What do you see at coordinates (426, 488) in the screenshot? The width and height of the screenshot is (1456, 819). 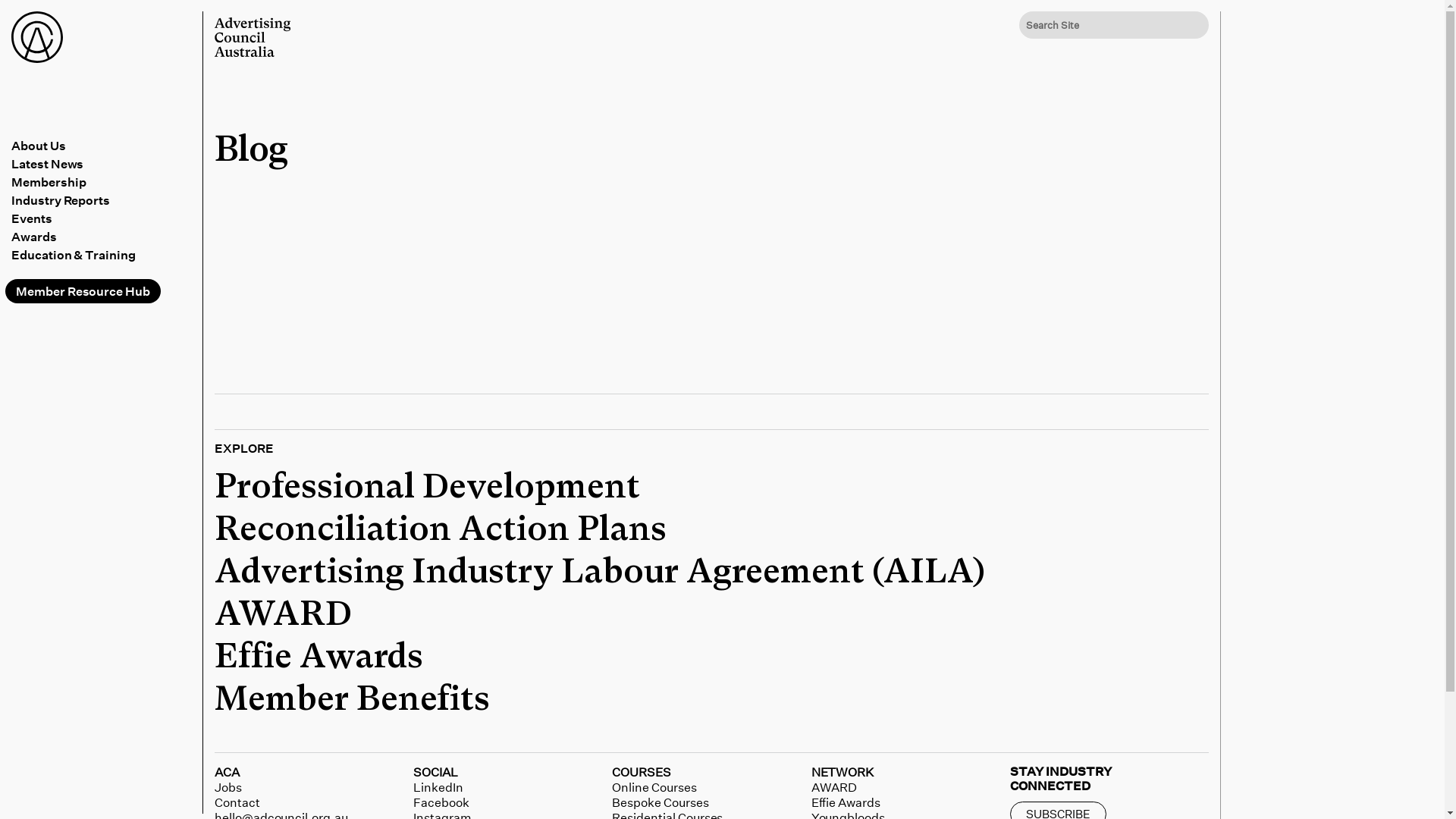 I see `'Professional Development'` at bounding box center [426, 488].